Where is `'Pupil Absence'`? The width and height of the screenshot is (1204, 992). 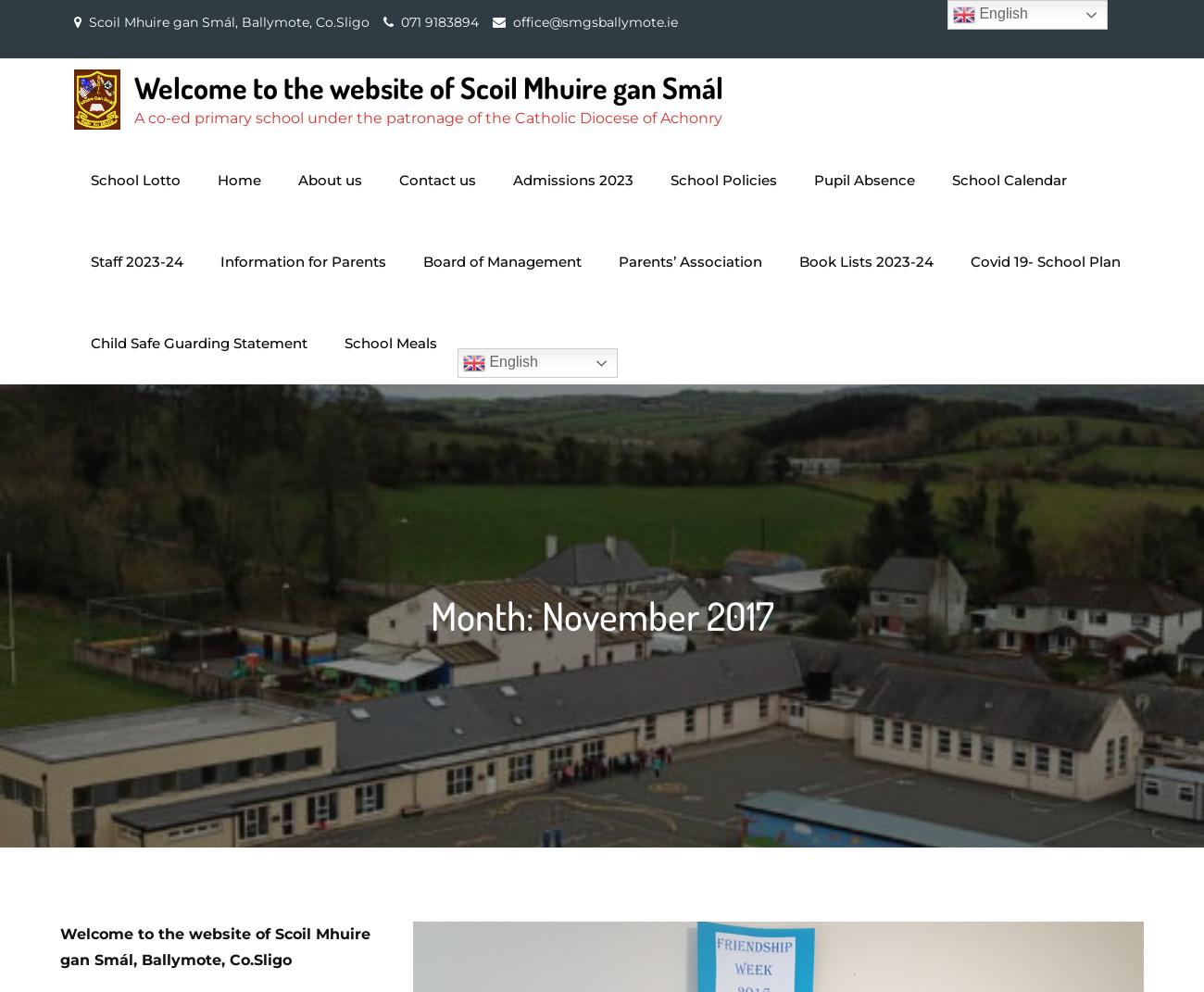 'Pupil Absence' is located at coordinates (864, 179).